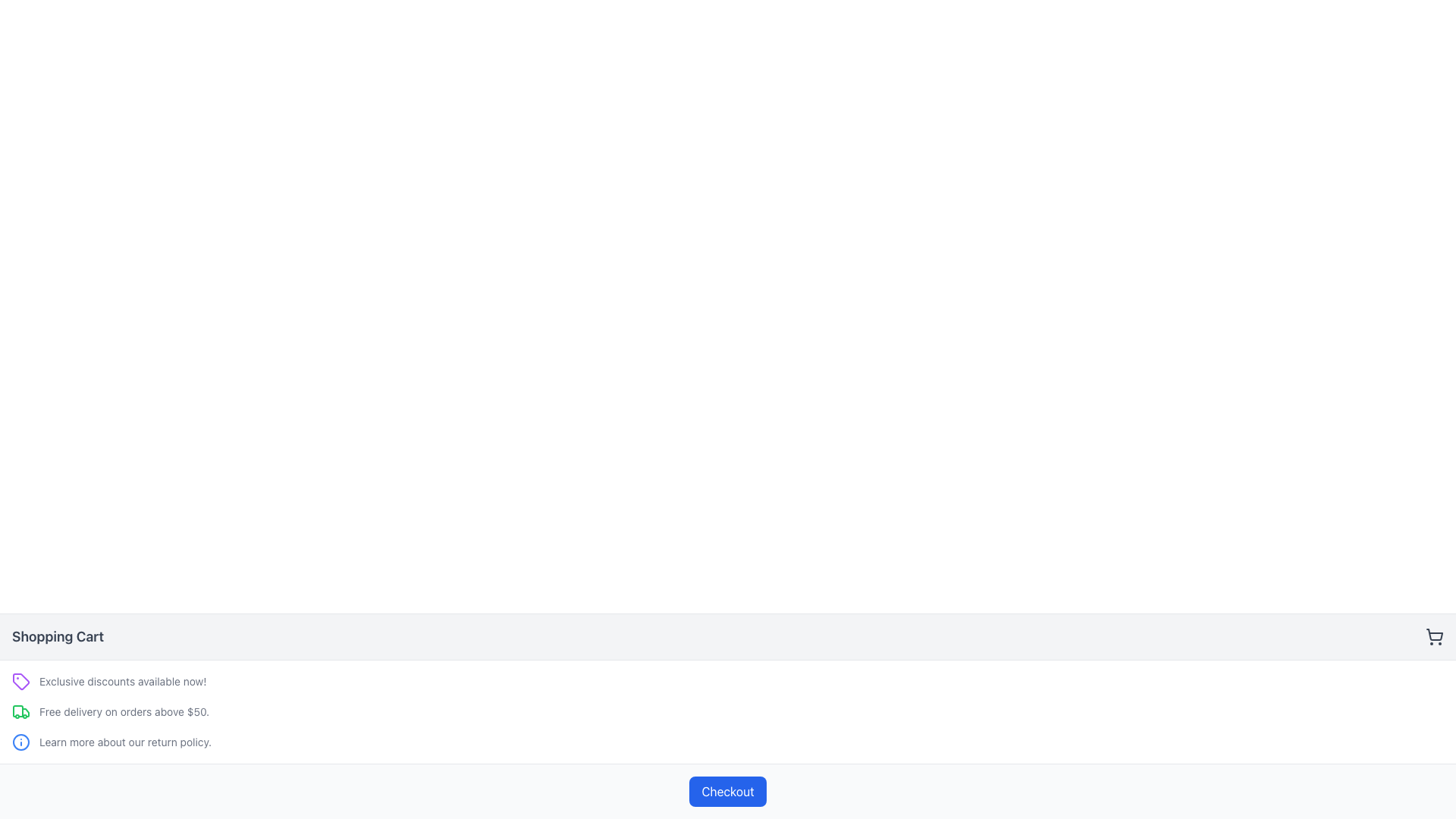  Describe the element at coordinates (21, 742) in the screenshot. I see `the information indicator icon located to the left of the text 'Learn more about our return policy'` at that location.